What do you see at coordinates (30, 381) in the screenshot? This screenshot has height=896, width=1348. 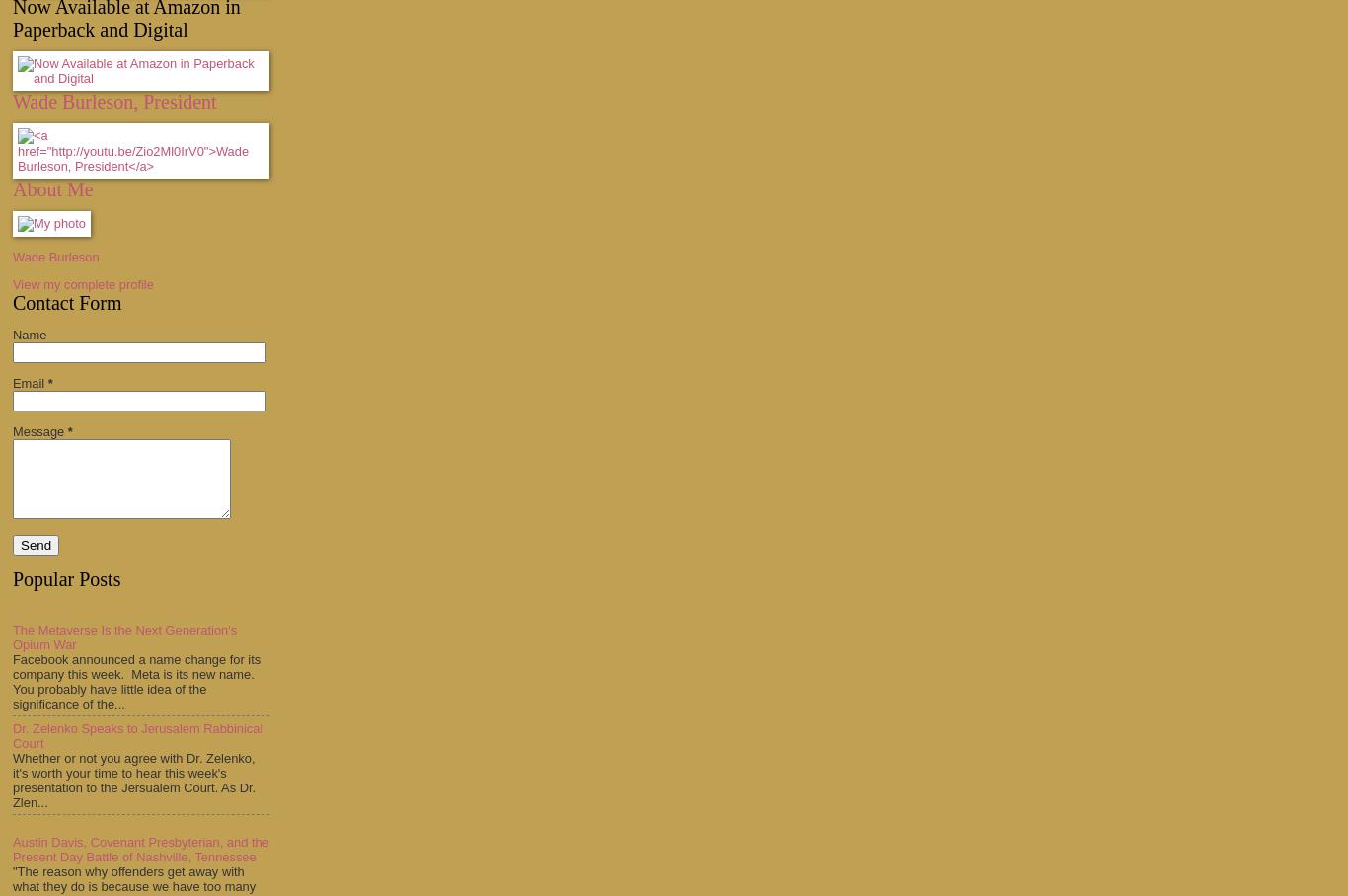 I see `'Email'` at bounding box center [30, 381].